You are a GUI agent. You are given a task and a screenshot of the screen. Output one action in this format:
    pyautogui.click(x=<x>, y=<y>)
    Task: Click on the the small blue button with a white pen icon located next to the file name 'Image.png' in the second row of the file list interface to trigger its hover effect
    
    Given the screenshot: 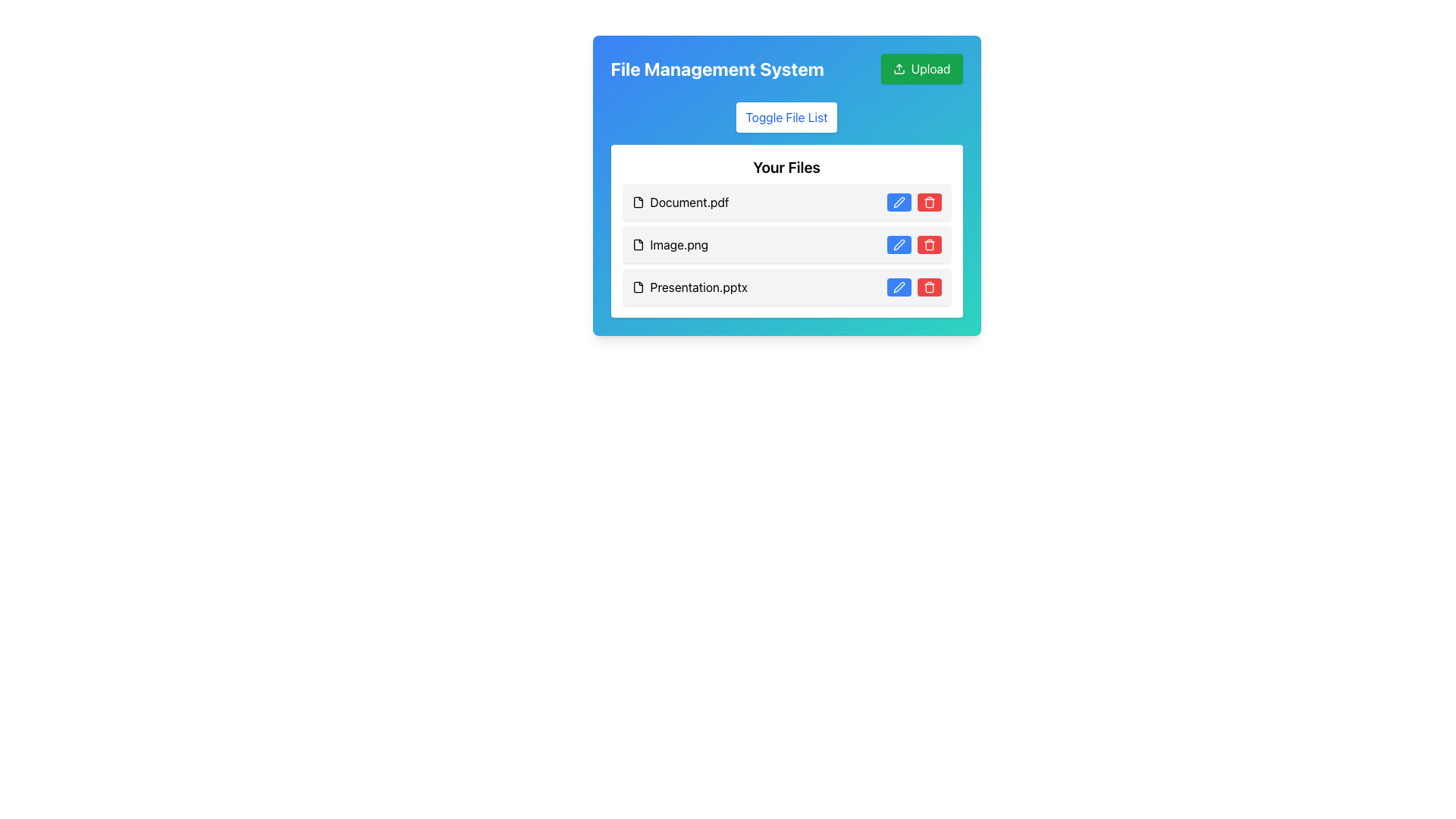 What is the action you would take?
    pyautogui.click(x=899, y=244)
    